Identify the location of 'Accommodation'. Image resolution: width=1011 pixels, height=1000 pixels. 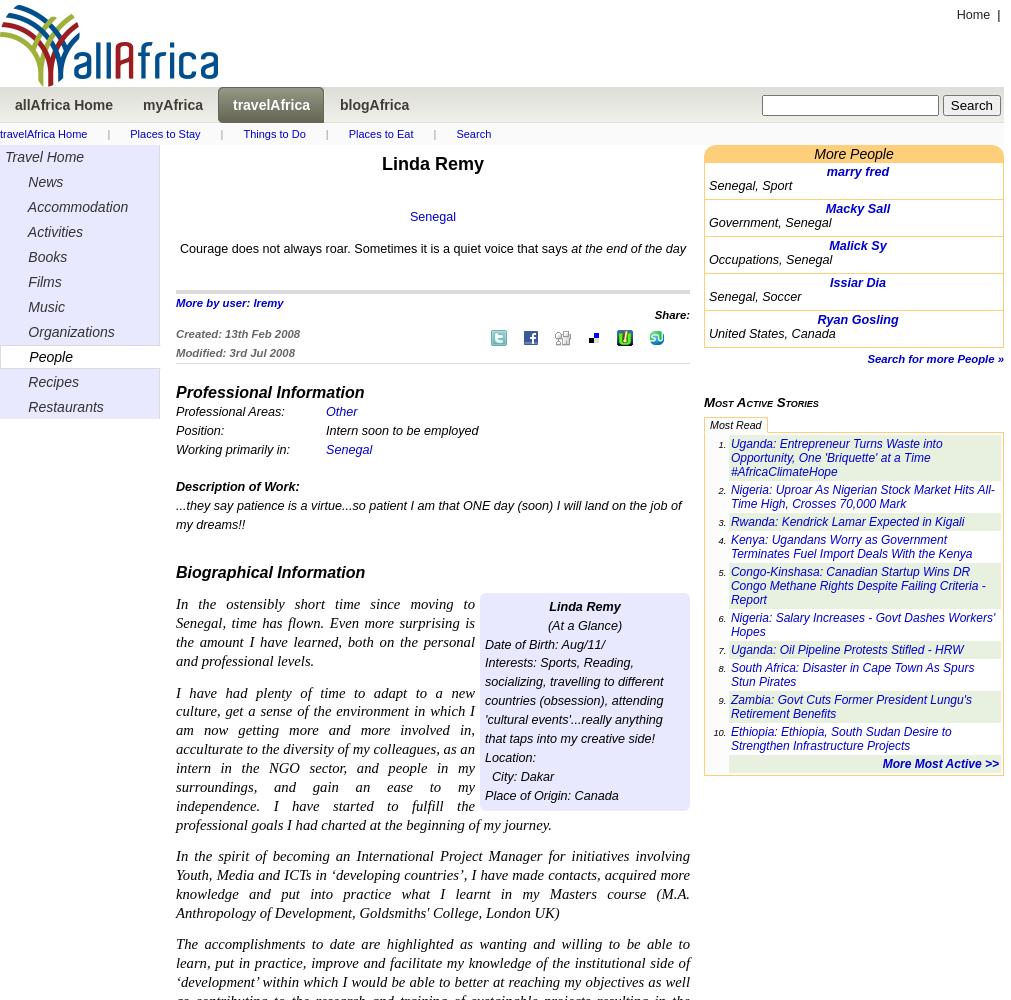
(3, 206).